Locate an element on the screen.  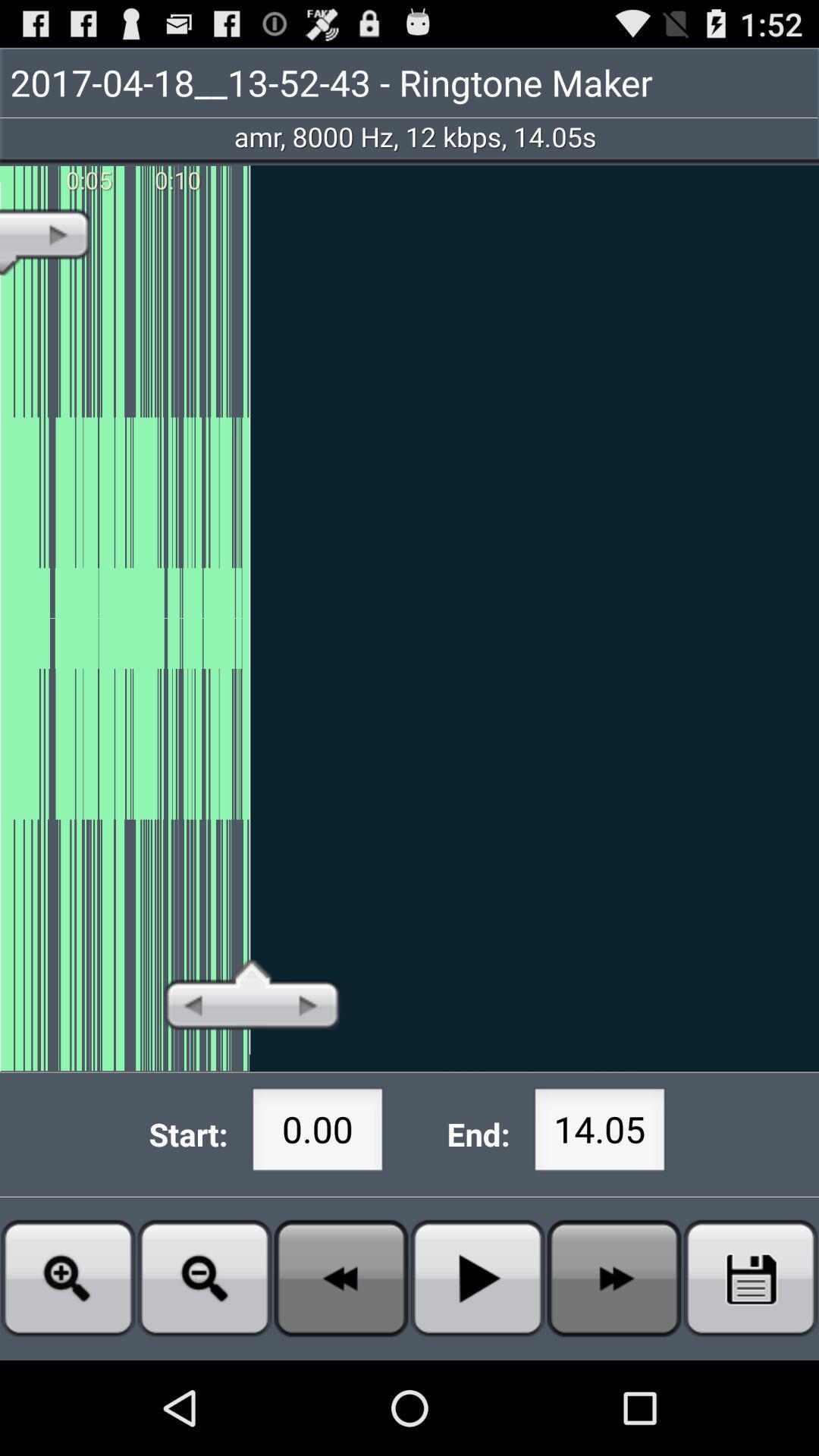
clip is located at coordinates (751, 1277).